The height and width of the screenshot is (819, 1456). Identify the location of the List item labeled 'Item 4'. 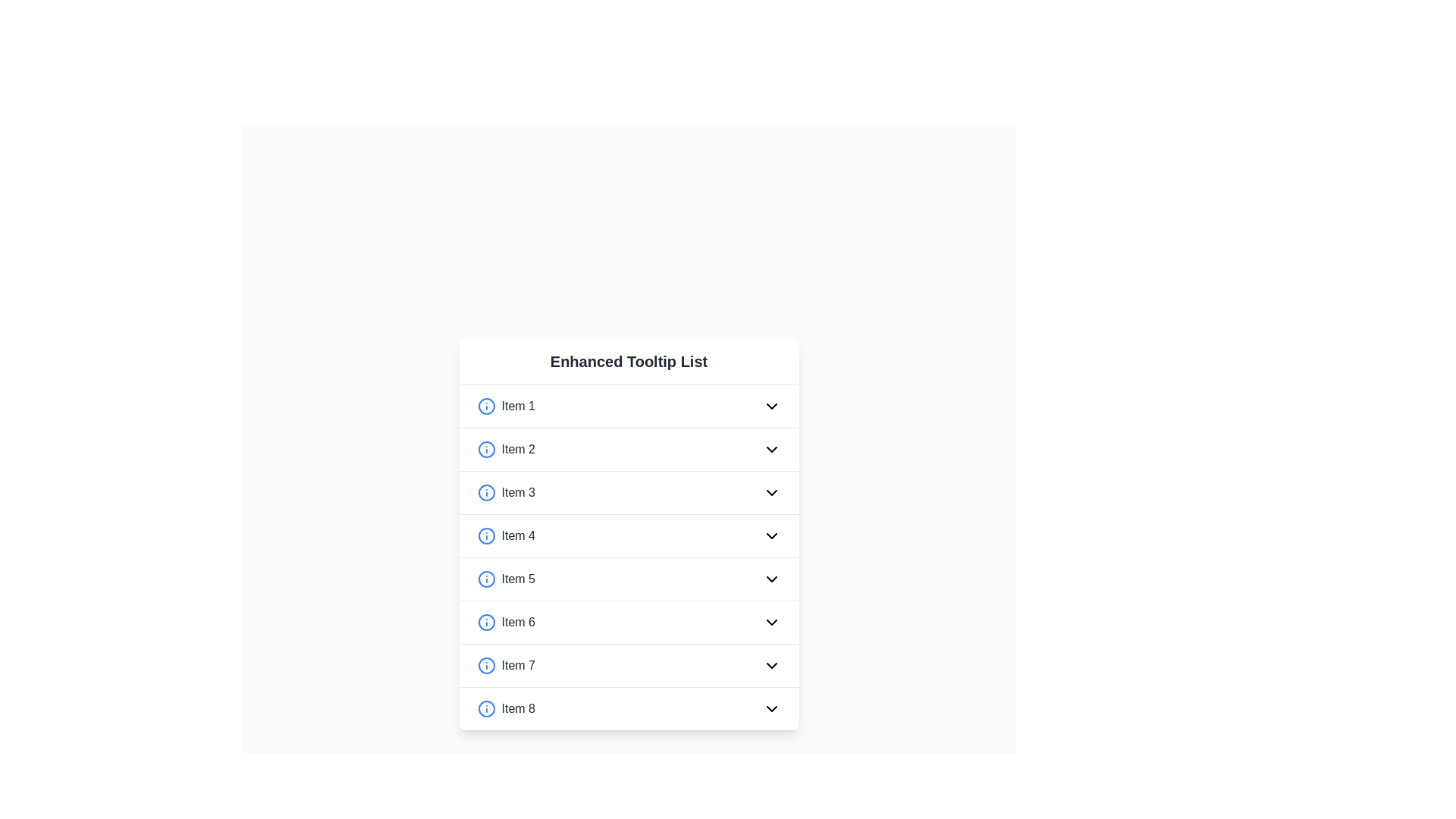
(629, 535).